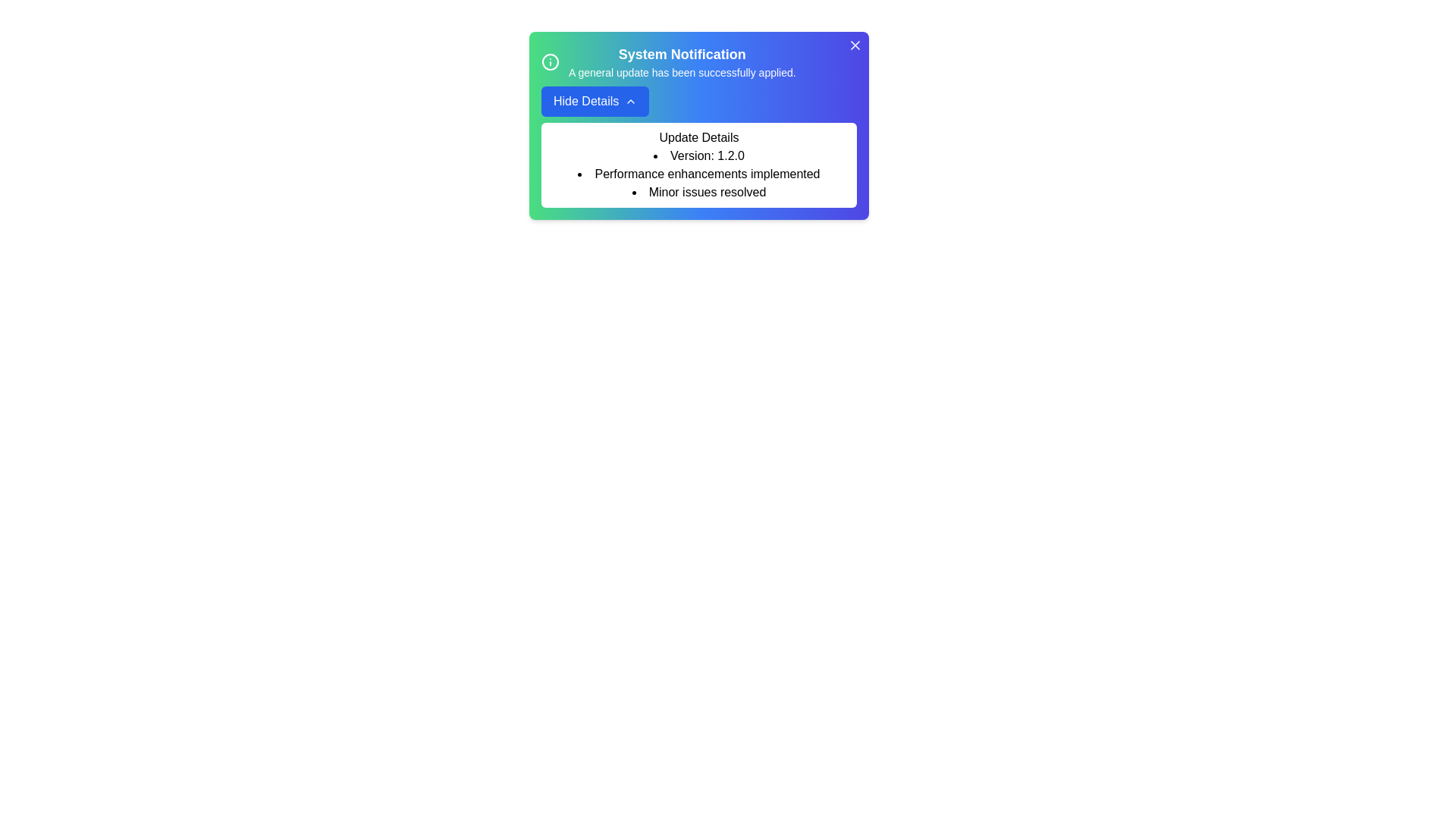 The height and width of the screenshot is (819, 1456). Describe the element at coordinates (630, 102) in the screenshot. I see `the toggle_details icon to perform its associated action` at that location.